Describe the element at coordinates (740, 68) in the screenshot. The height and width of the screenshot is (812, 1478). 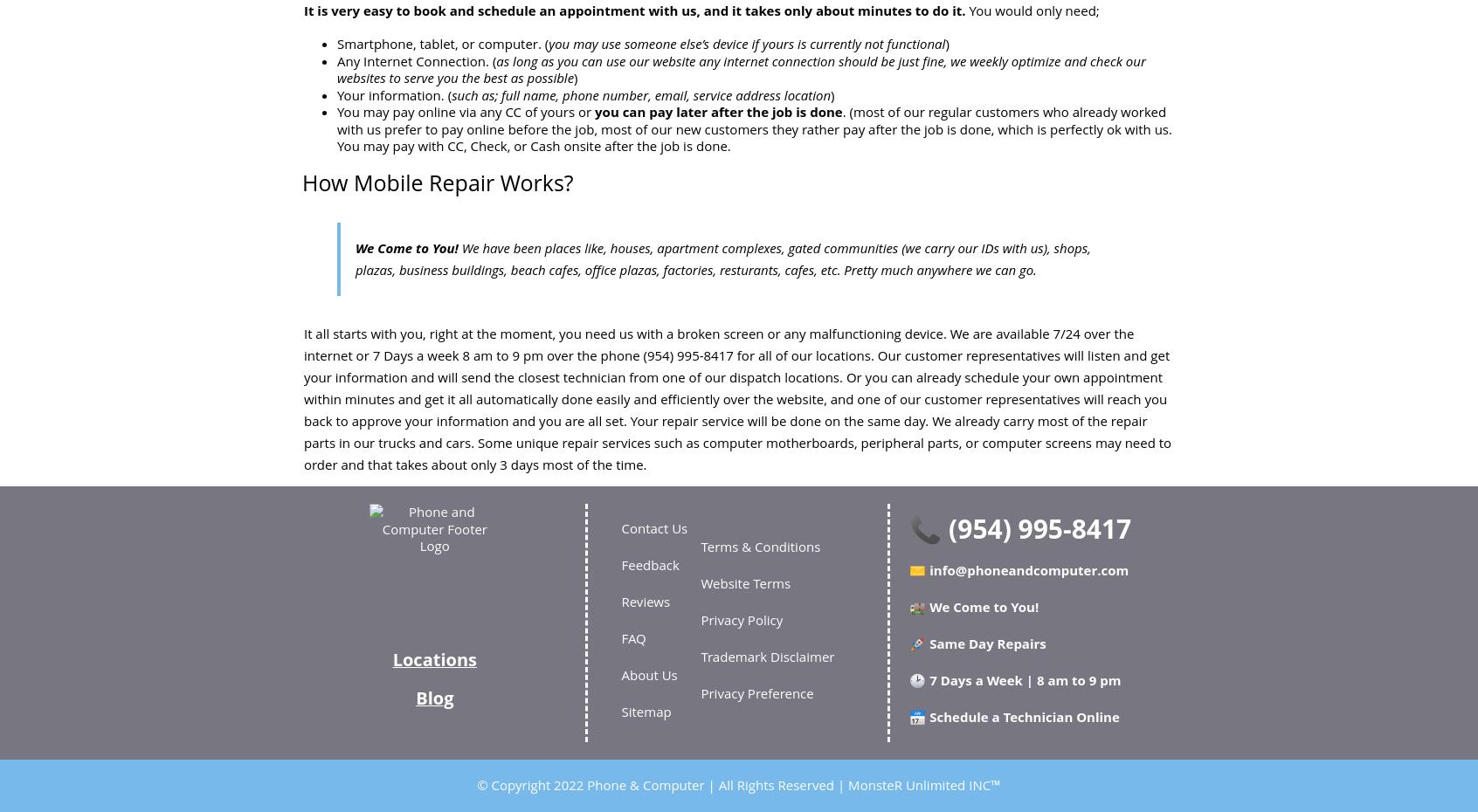
I see `'as long as you can use our website any internet connection should be just fine, we weekly optimize and check our websites to serve you the best as possible'` at that location.